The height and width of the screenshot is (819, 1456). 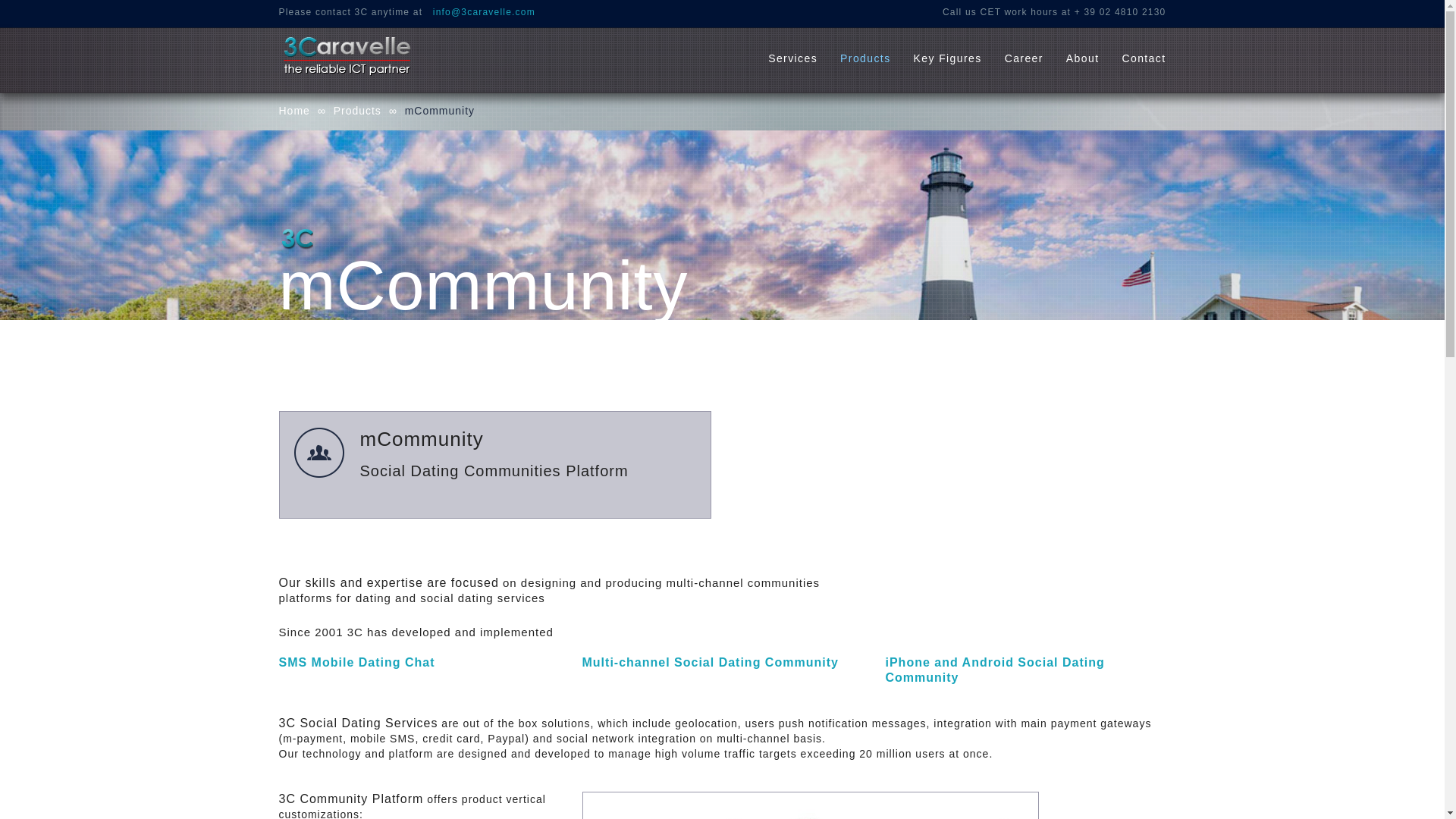 What do you see at coordinates (483, 11) in the screenshot?
I see `'info@3caravelle.com'` at bounding box center [483, 11].